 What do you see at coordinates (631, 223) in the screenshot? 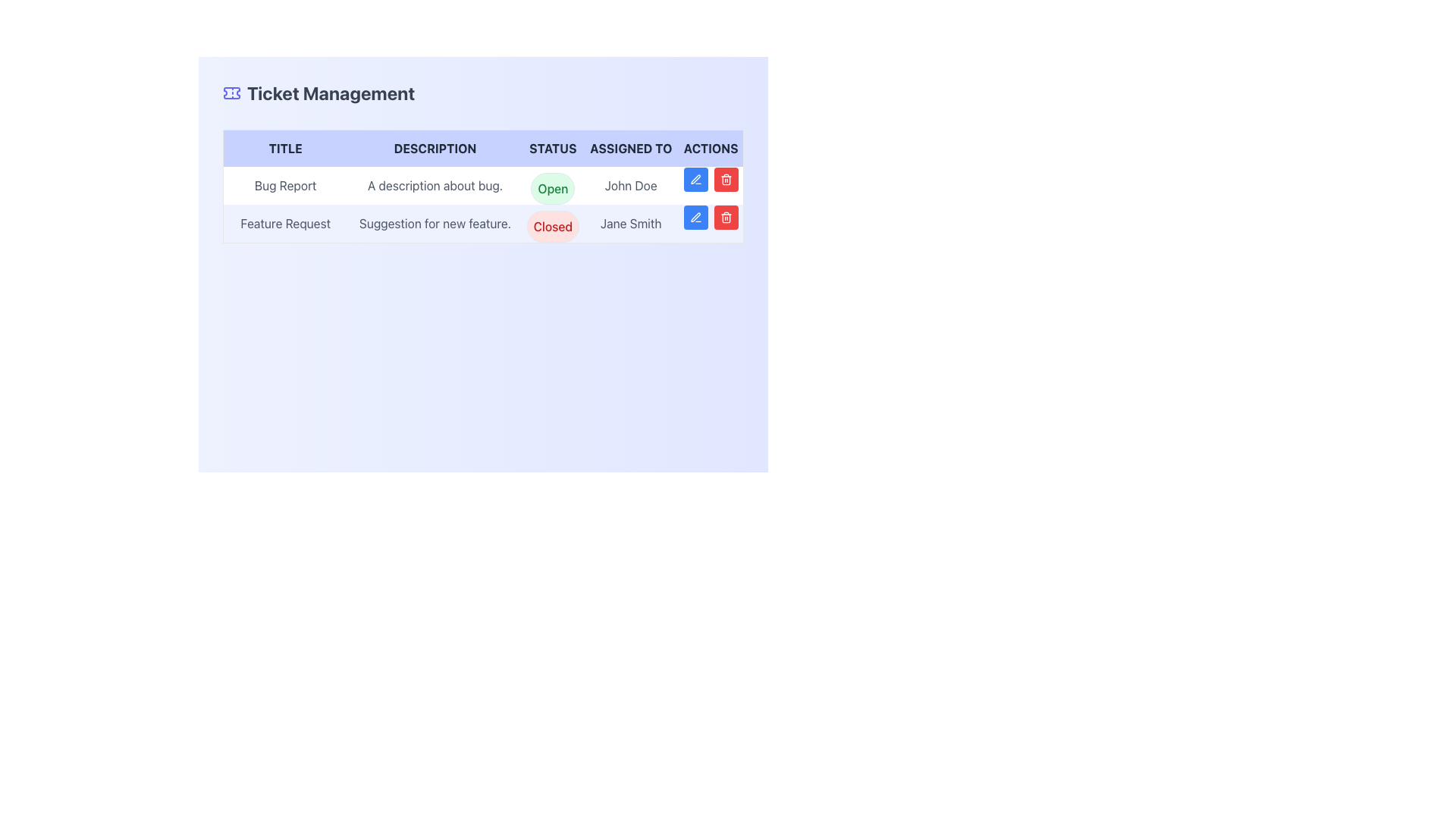
I see `the text label displaying 'Jane Smith' which is located in the second data row under the 'ASSIGNED TO' column of the table` at bounding box center [631, 223].